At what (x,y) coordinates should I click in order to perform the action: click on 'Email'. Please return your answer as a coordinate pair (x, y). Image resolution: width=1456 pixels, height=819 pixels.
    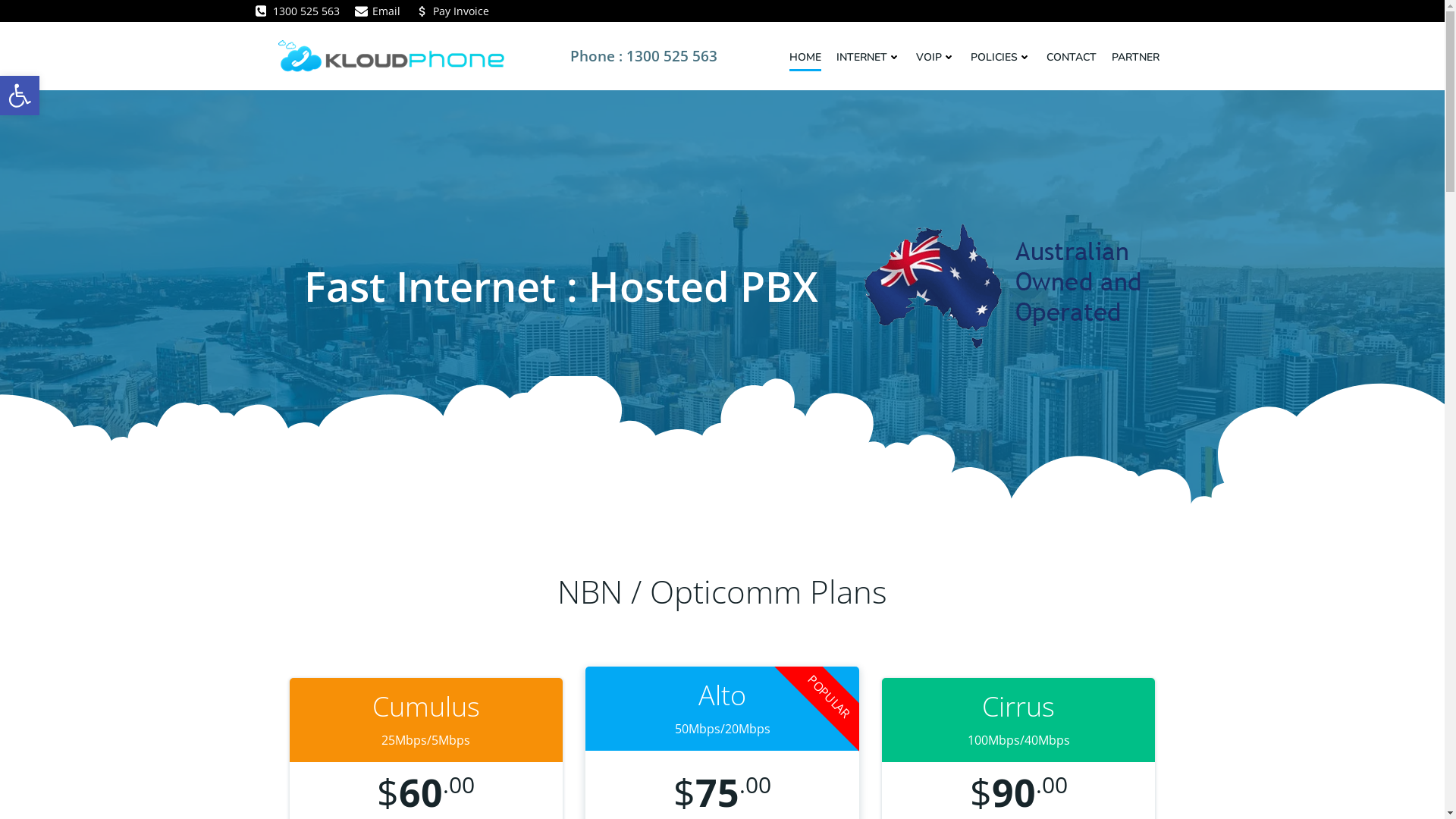
    Looking at the image, I should click on (378, 11).